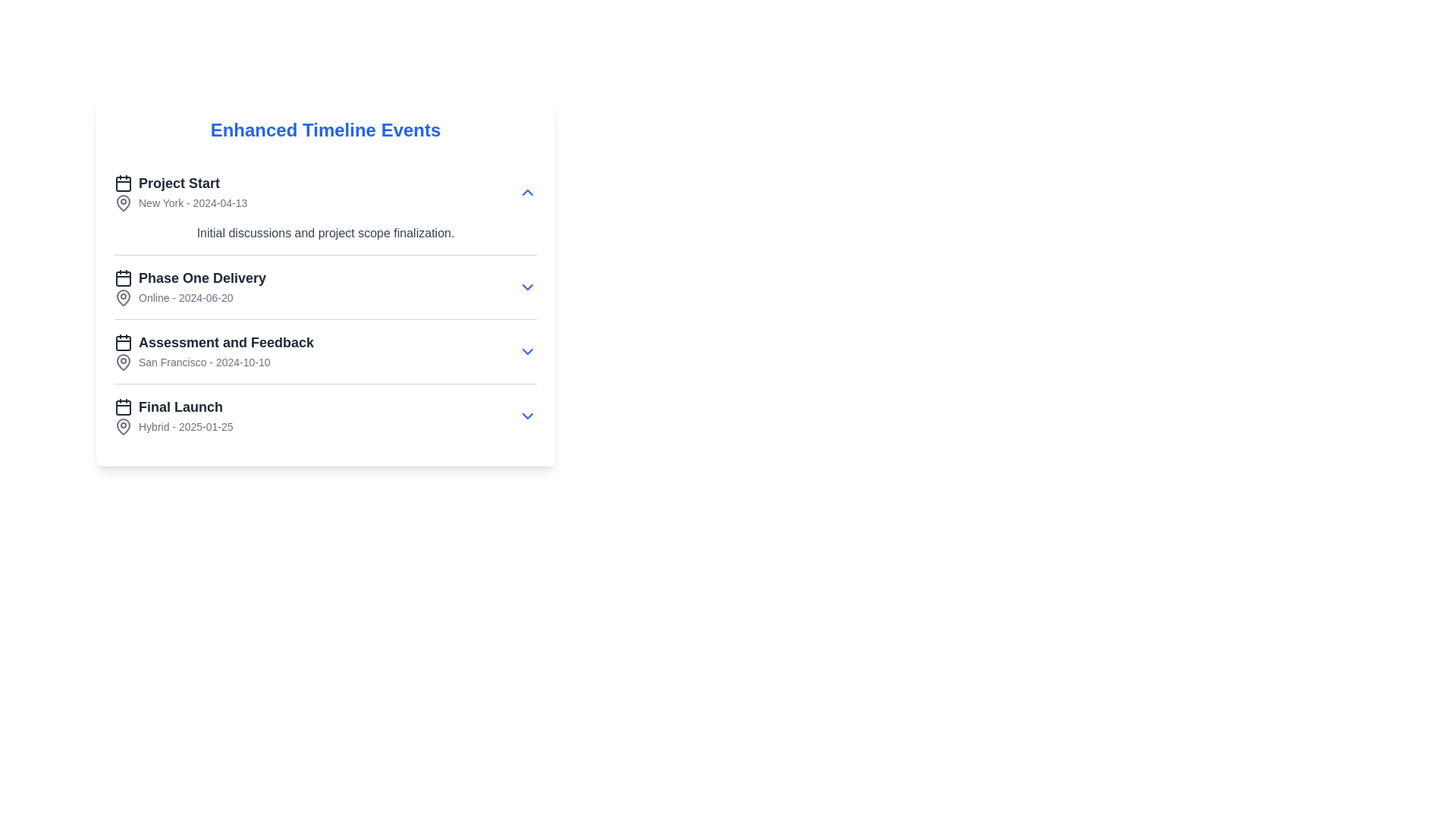  What do you see at coordinates (213, 342) in the screenshot?
I see `text content of the timeline event labeled 'Assessment and Feedback', which is the third event item in the list of timeline events` at bounding box center [213, 342].